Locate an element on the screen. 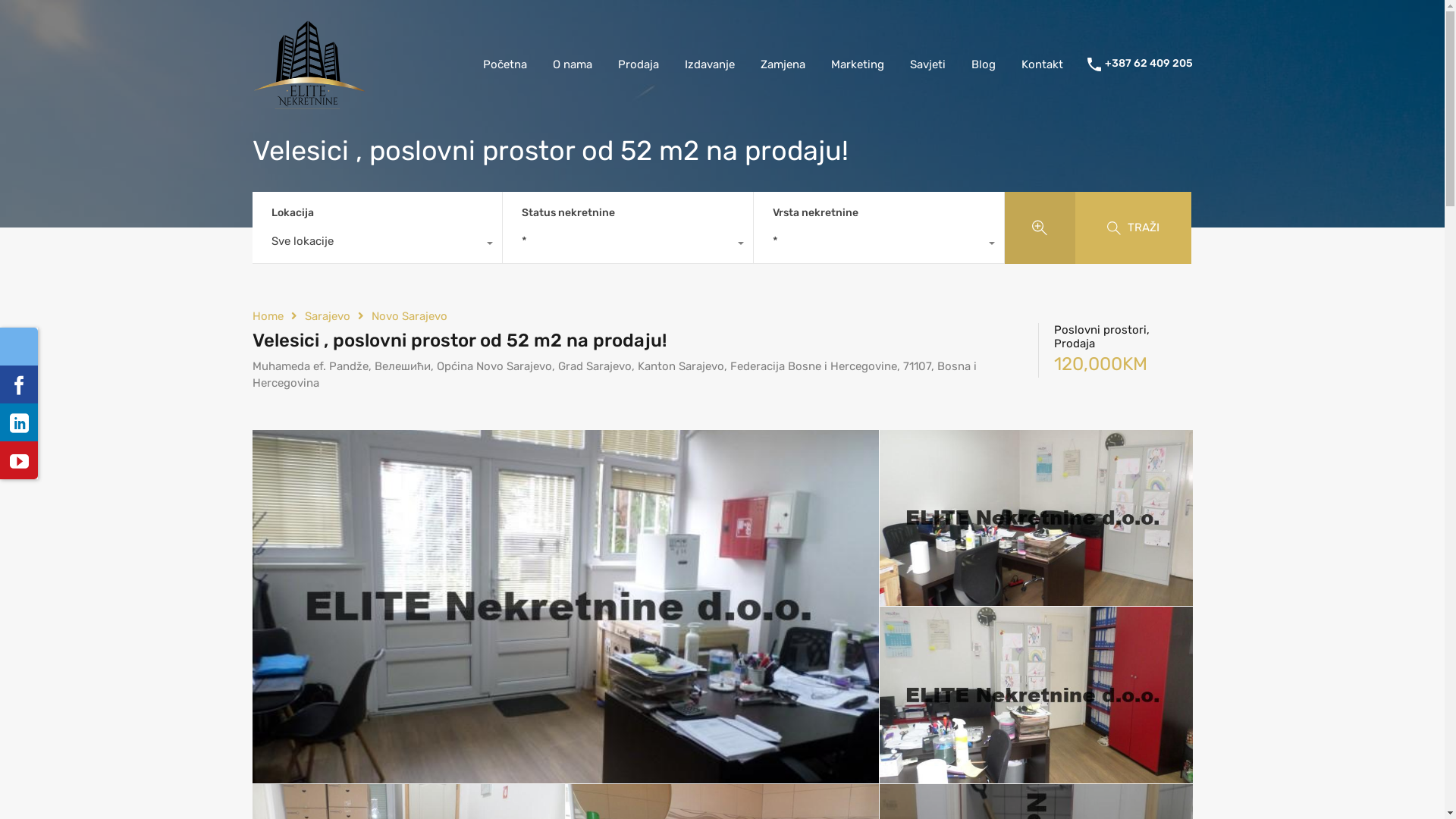 This screenshot has width=1456, height=819. 'Marketing' is located at coordinates (856, 63).